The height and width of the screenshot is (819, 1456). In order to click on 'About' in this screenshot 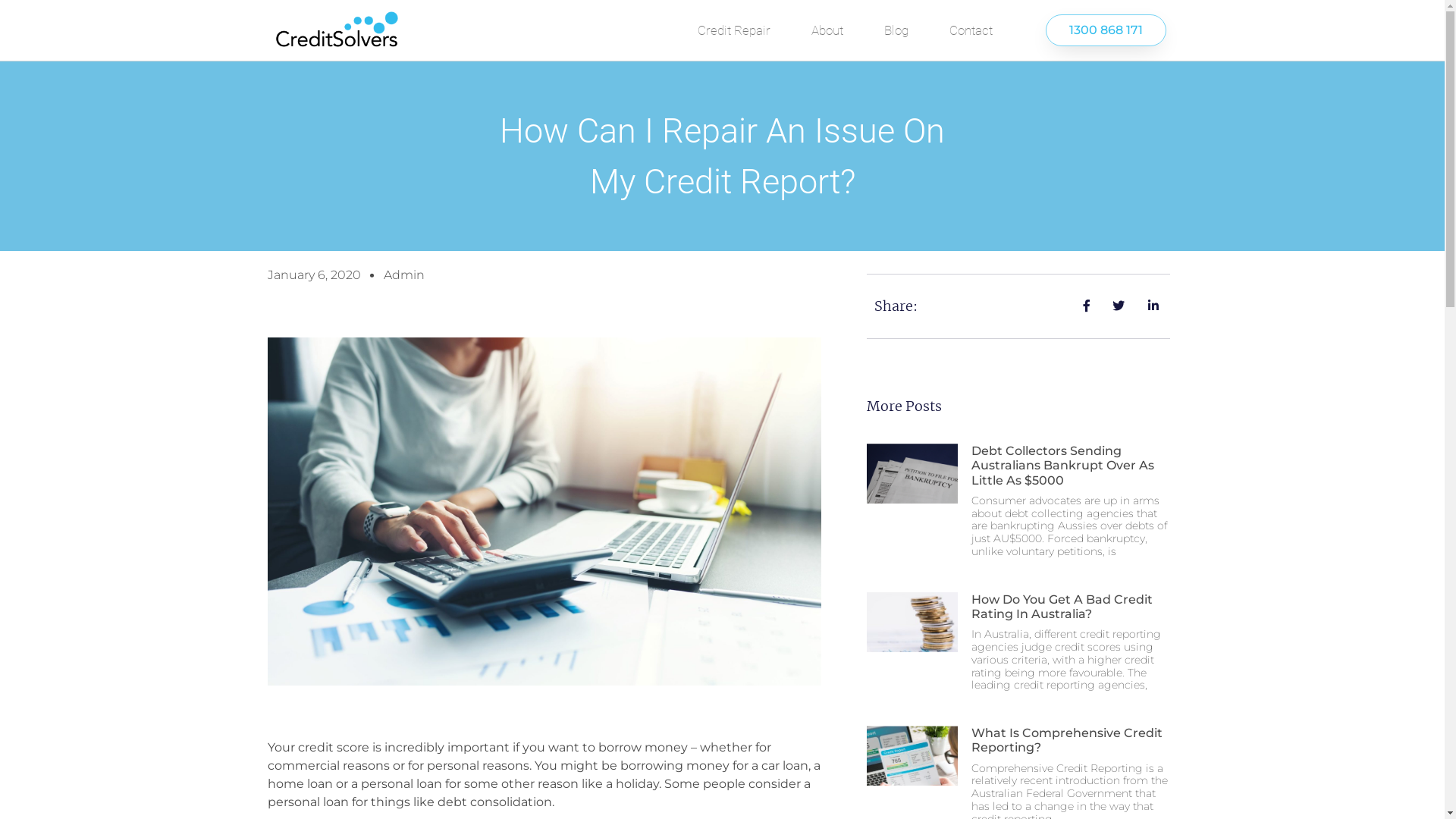, I will do `click(826, 30)`.